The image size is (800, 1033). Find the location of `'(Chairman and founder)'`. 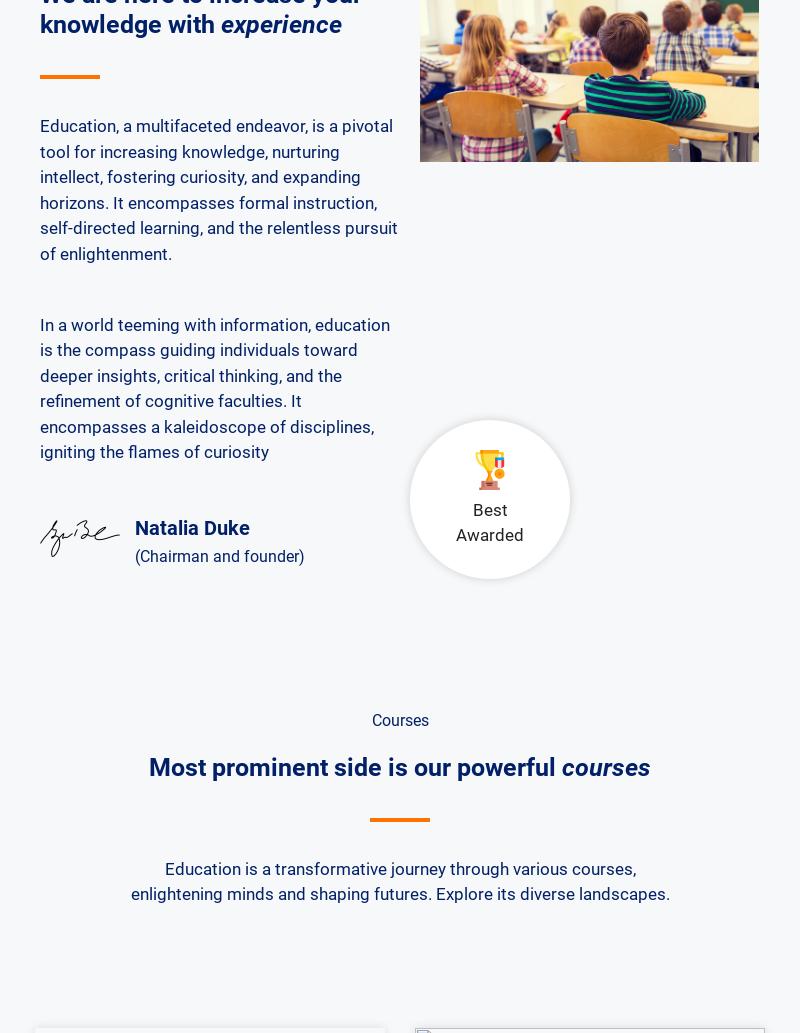

'(Chairman and founder)' is located at coordinates (218, 554).